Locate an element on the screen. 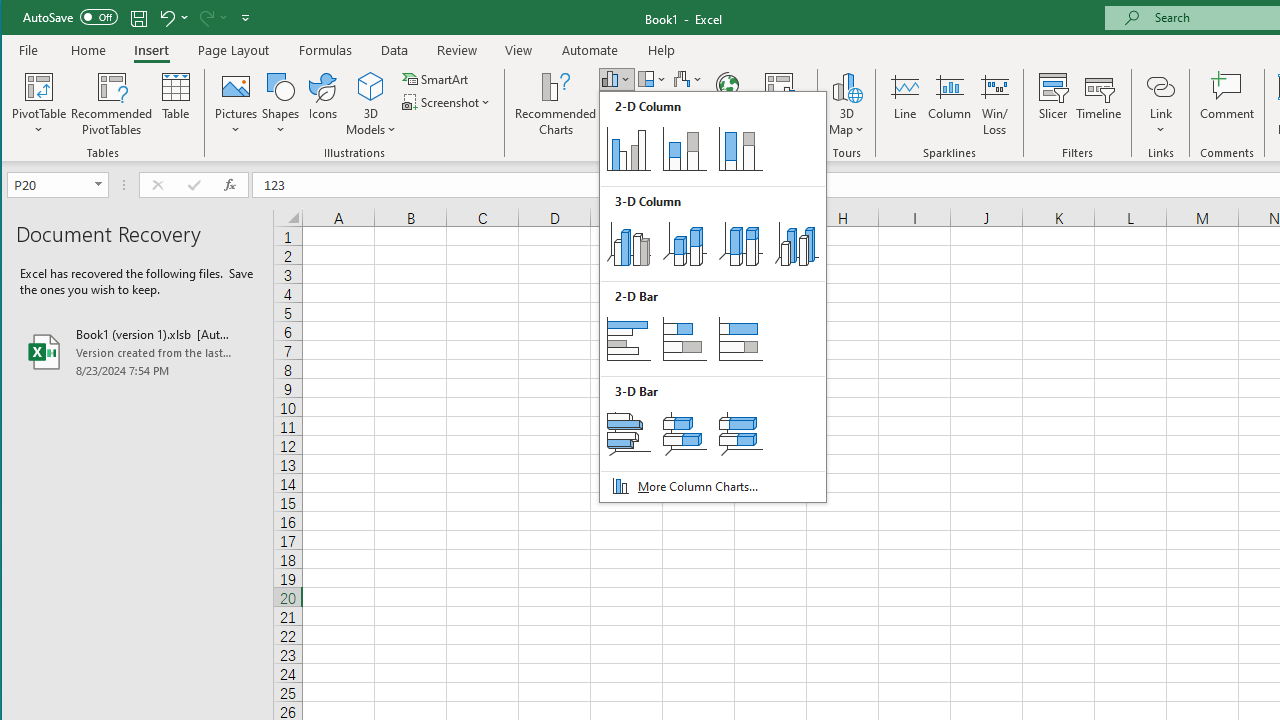 The height and width of the screenshot is (720, 1280). 'Win/Loss' is located at coordinates (995, 104).